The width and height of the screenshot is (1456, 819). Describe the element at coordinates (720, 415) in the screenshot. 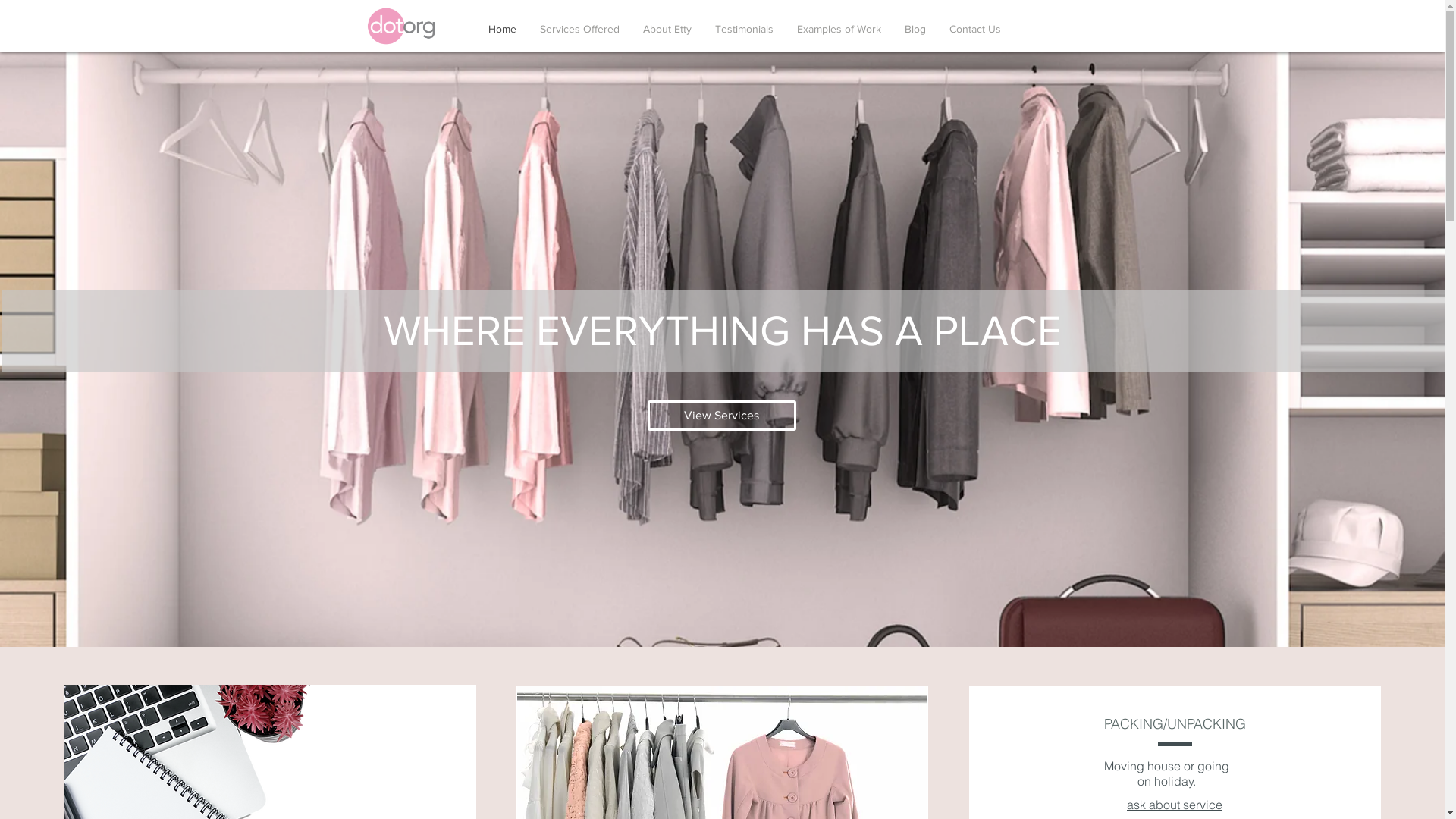

I see `'View Services'` at that location.